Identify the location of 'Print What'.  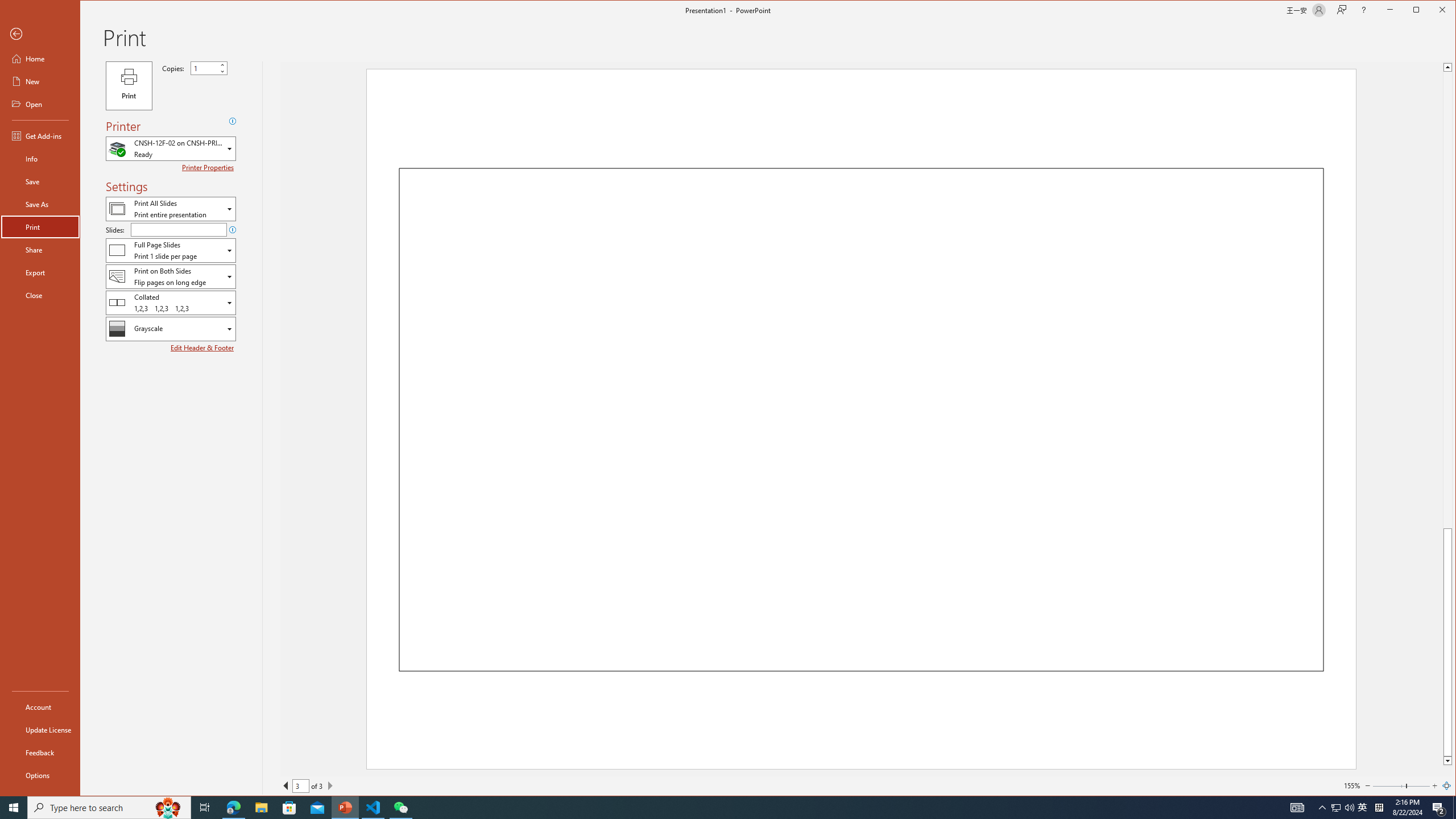
(170, 209).